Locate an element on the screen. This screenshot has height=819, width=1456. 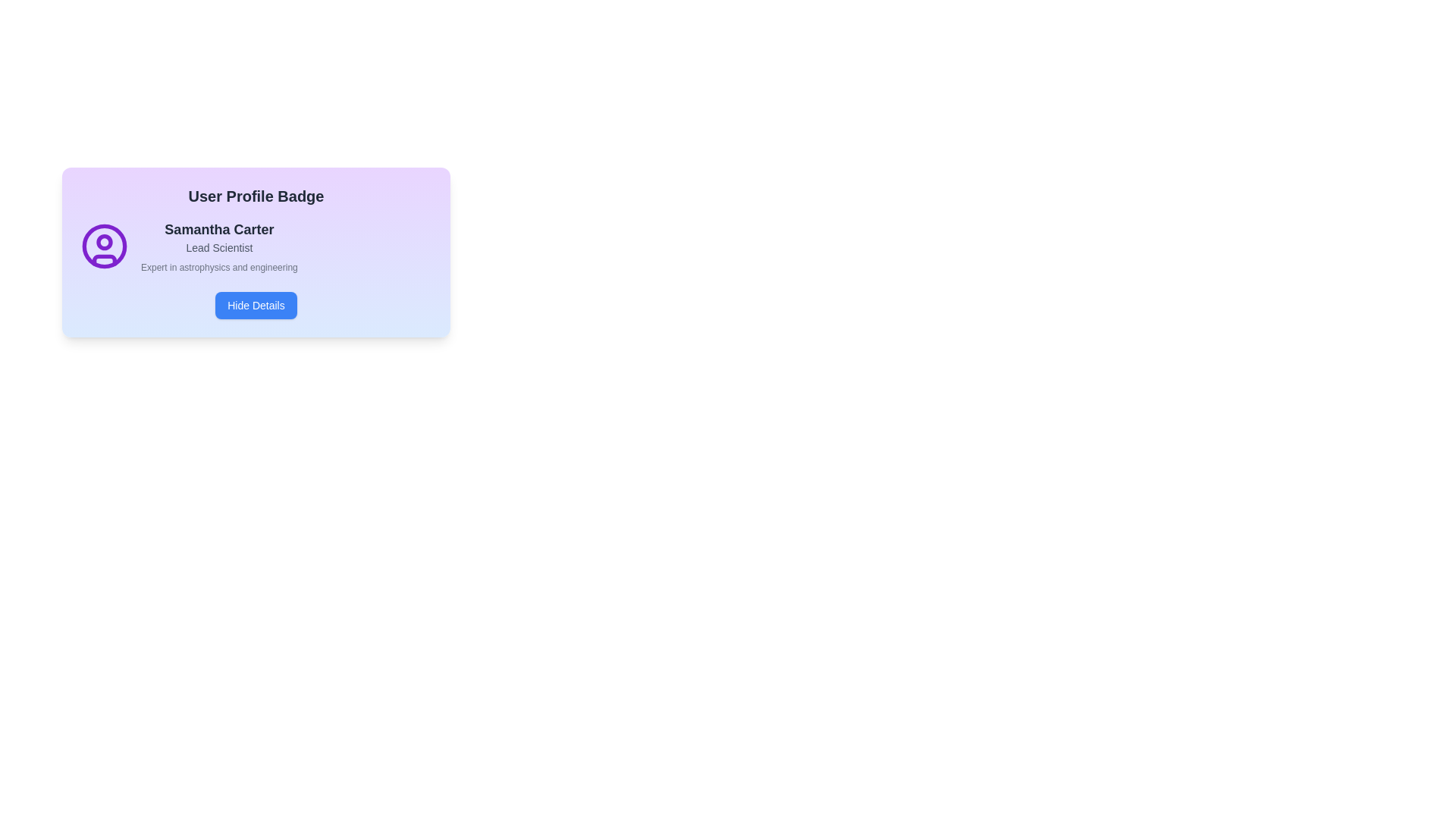
the small purple circle inside the user profile icon located to the left of the text content is located at coordinates (104, 241).